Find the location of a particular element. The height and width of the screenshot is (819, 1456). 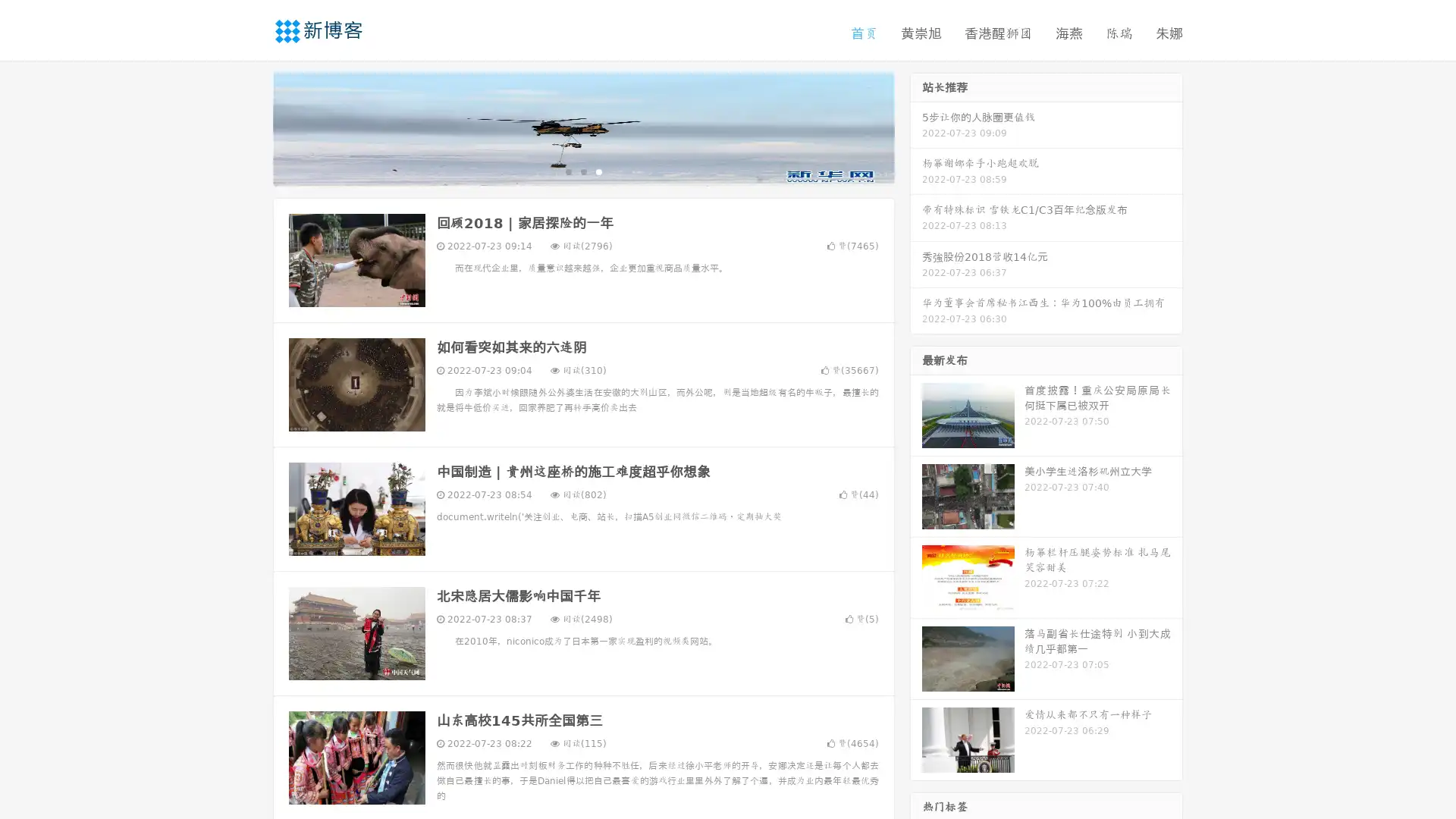

Go to slide 2 is located at coordinates (582, 171).